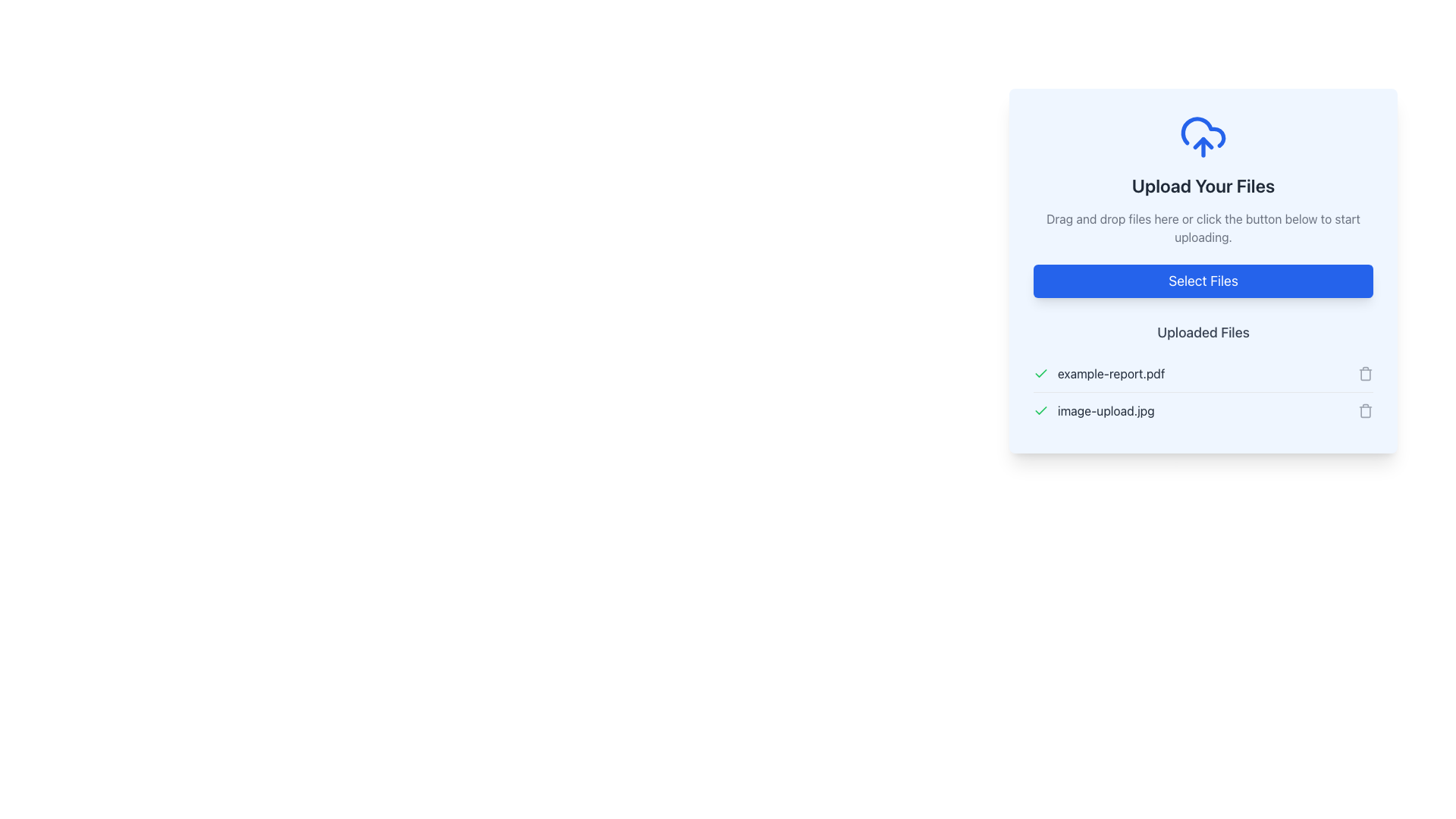 This screenshot has height=819, width=1456. What do you see at coordinates (1203, 185) in the screenshot?
I see `the Header text which serves as the title for the file upload section, located directly below the cloud upload icon and above the descriptive text` at bounding box center [1203, 185].